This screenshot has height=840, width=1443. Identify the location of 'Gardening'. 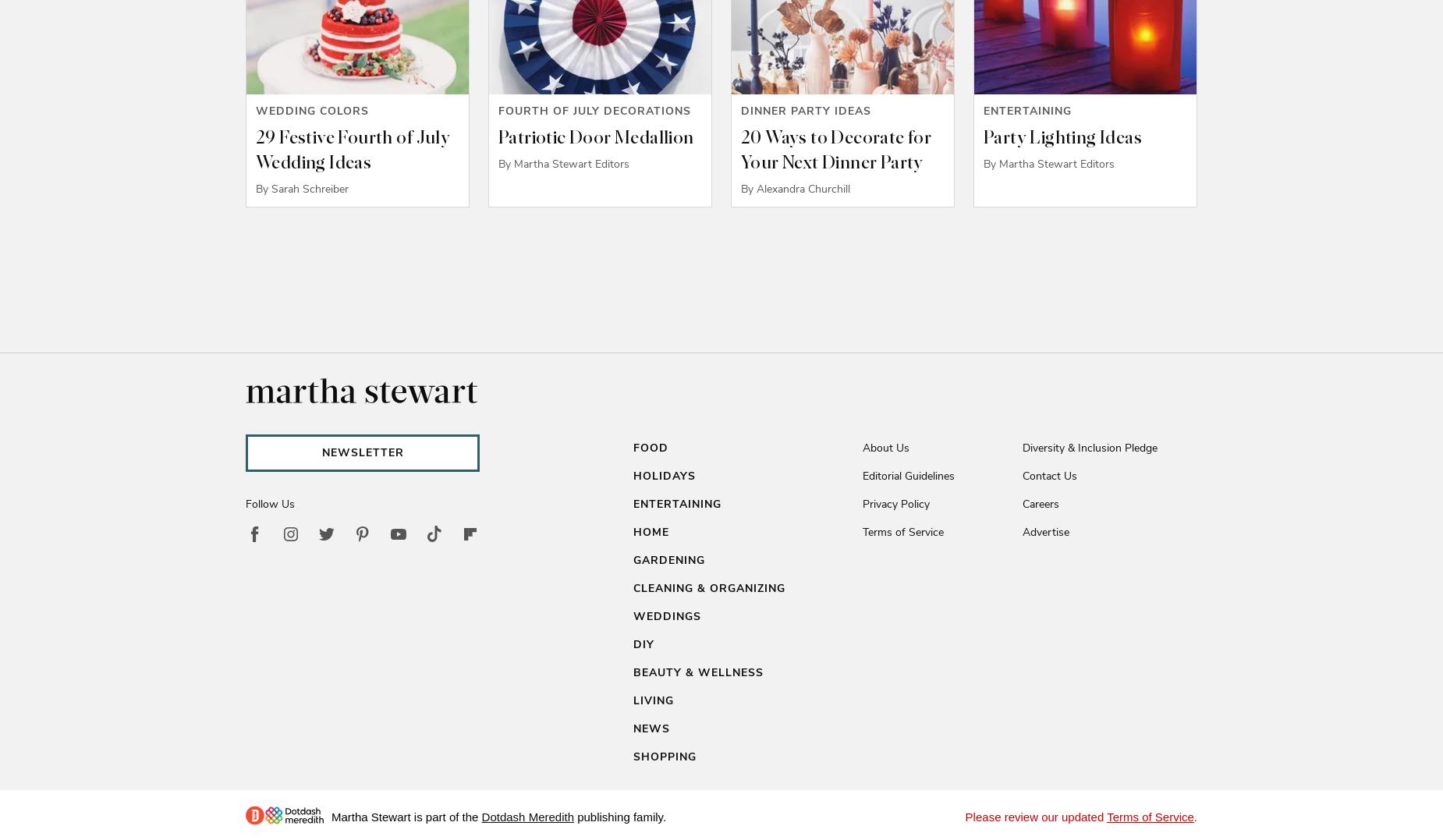
(669, 560).